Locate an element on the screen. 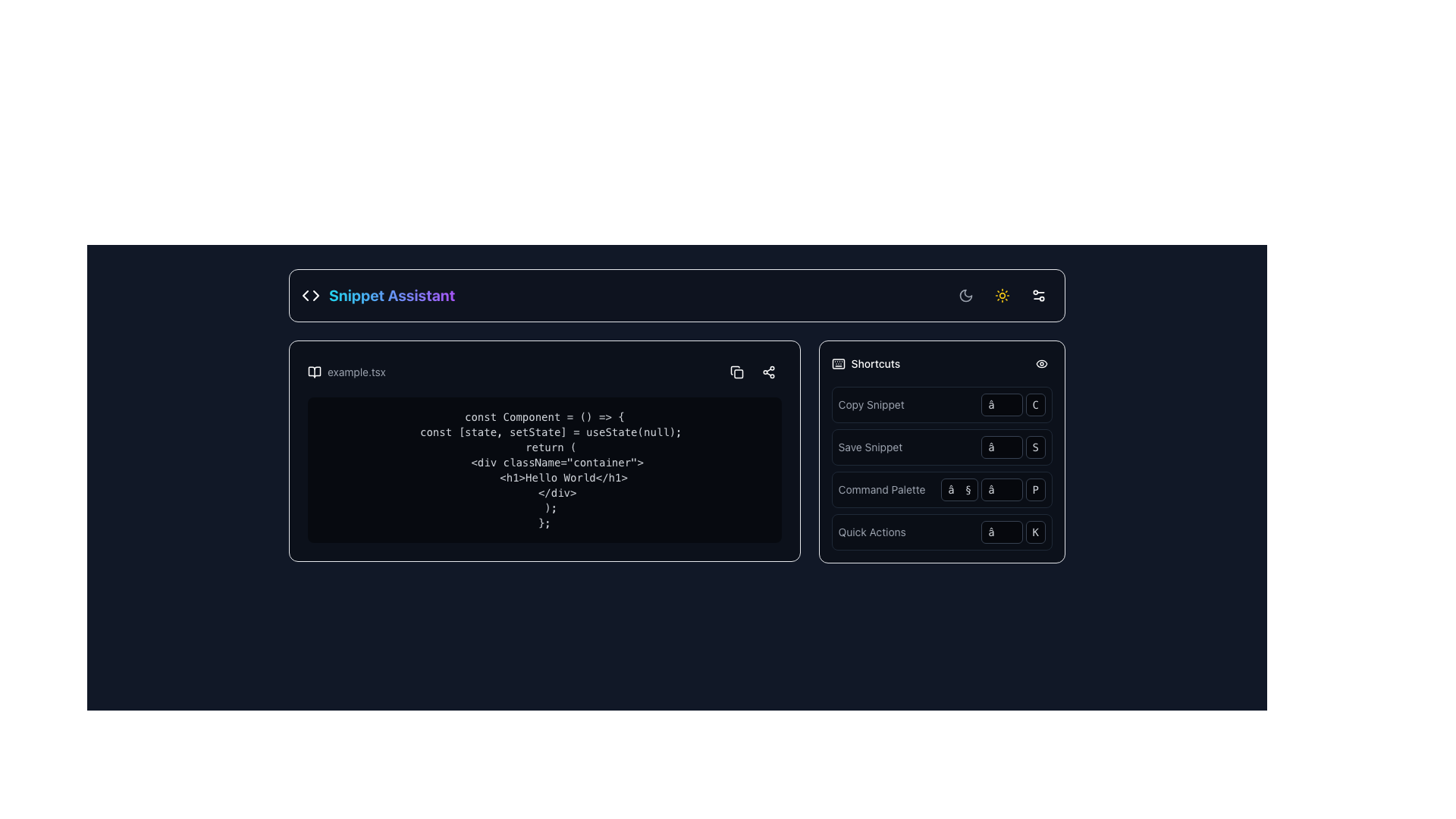 The width and height of the screenshot is (1456, 819). the keyboard shortcut display for the 'Copy Snippet' action, which shows the keys '⌘' and 'C' together is located at coordinates (1013, 403).